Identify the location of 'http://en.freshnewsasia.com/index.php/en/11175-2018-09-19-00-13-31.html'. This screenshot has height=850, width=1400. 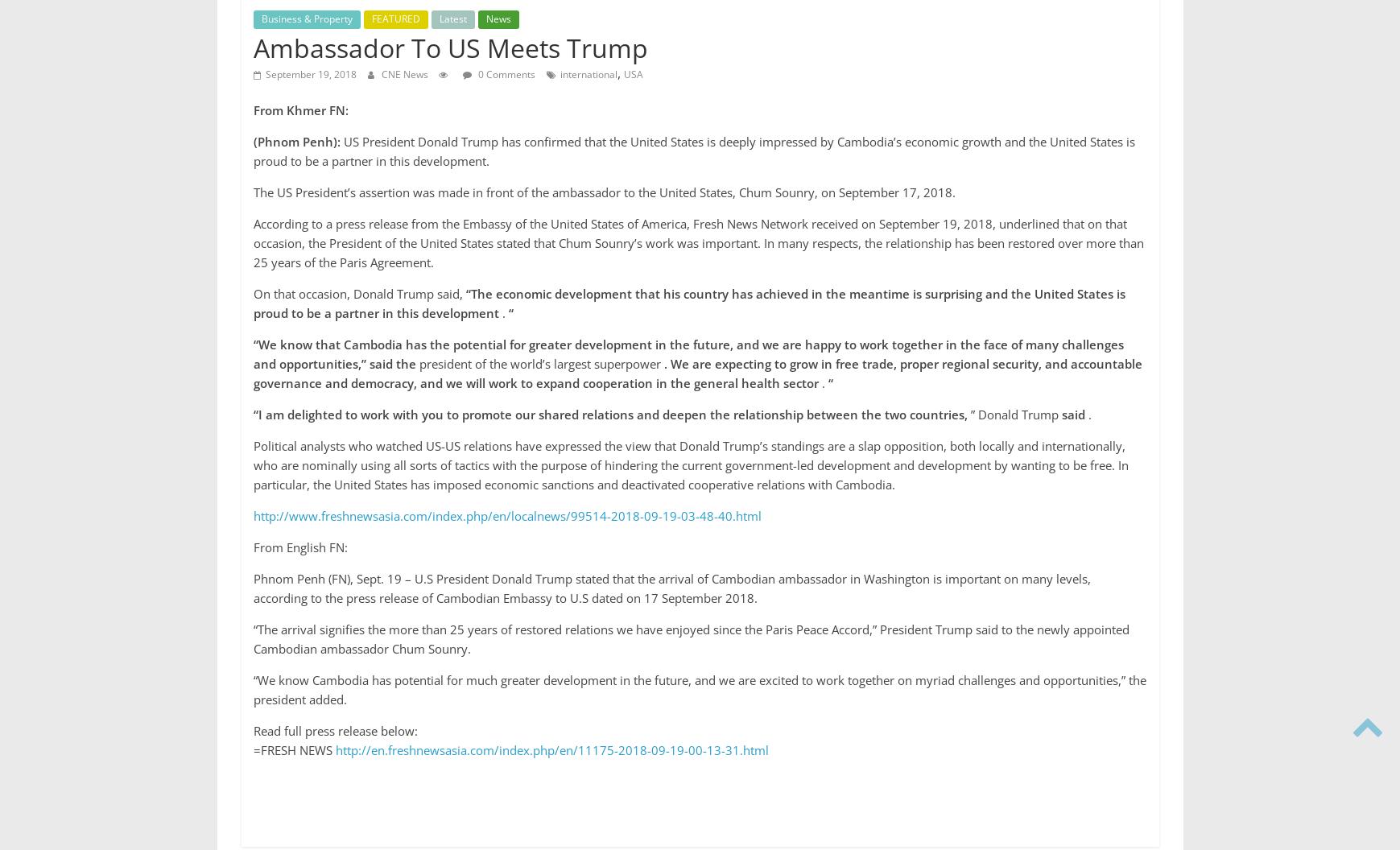
(550, 749).